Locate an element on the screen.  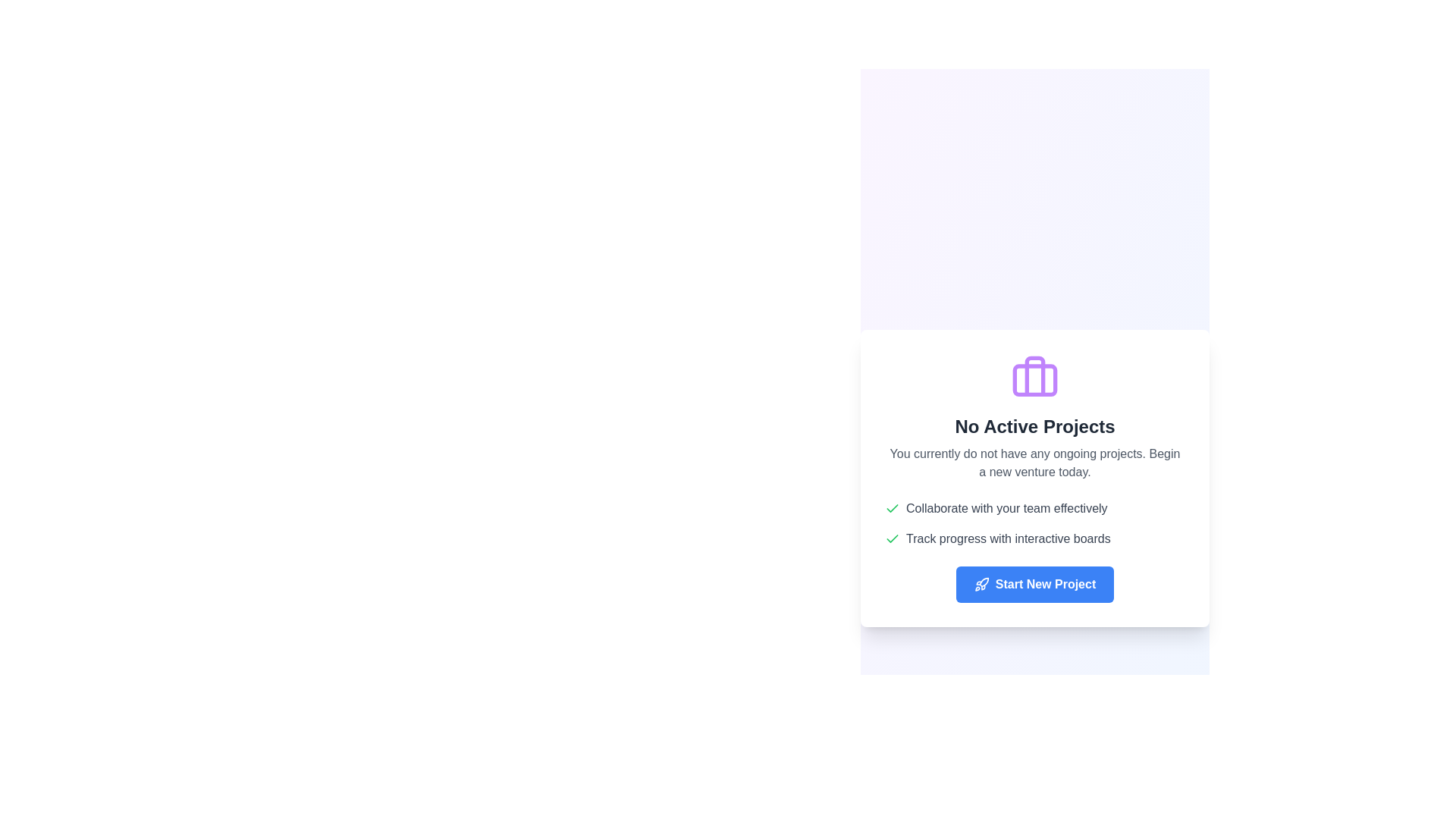
the new project button using keyboard navigation is located at coordinates (1034, 584).